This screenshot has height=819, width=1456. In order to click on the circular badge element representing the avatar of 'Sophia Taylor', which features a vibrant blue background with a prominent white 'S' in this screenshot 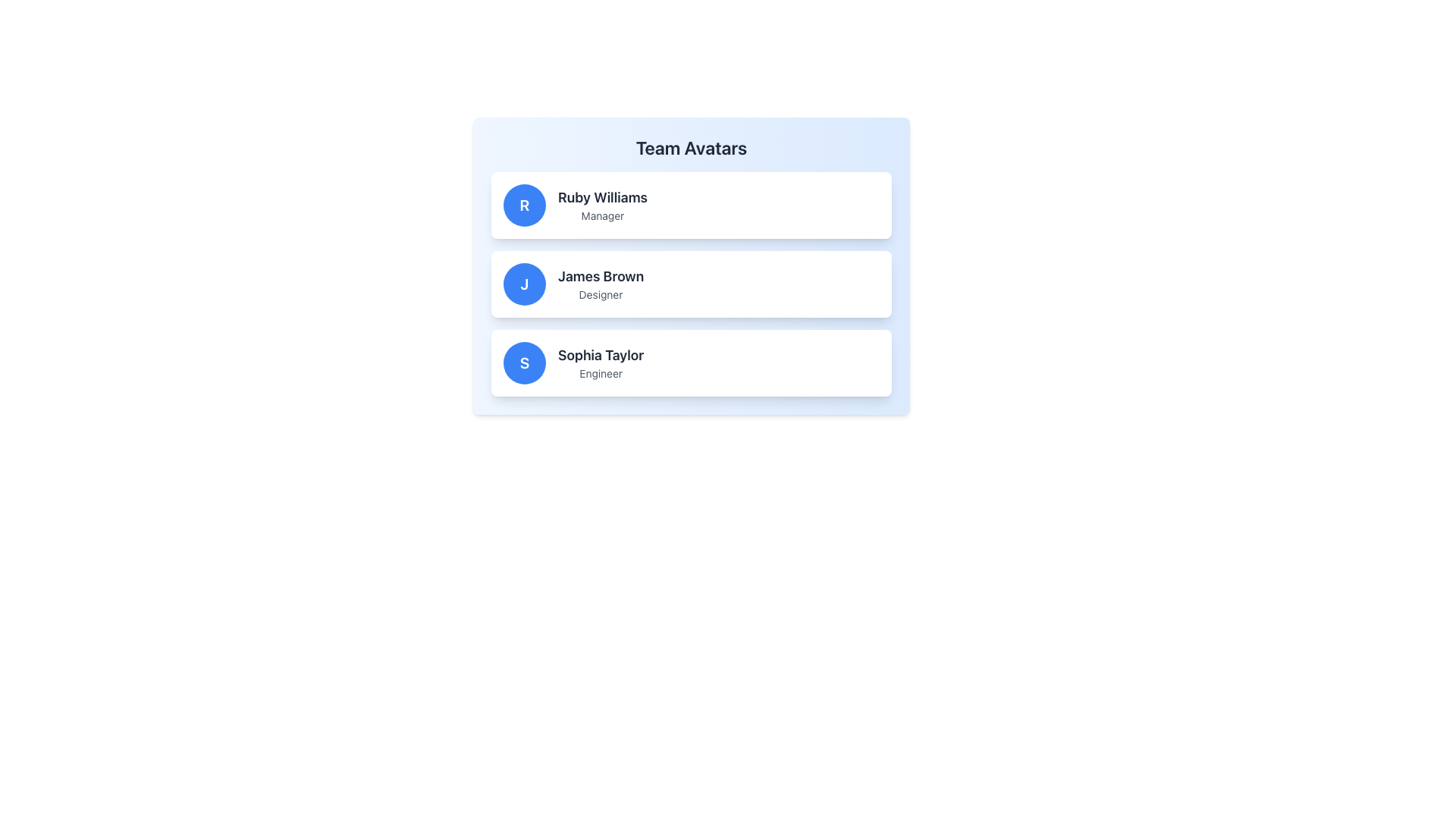, I will do `click(524, 362)`.